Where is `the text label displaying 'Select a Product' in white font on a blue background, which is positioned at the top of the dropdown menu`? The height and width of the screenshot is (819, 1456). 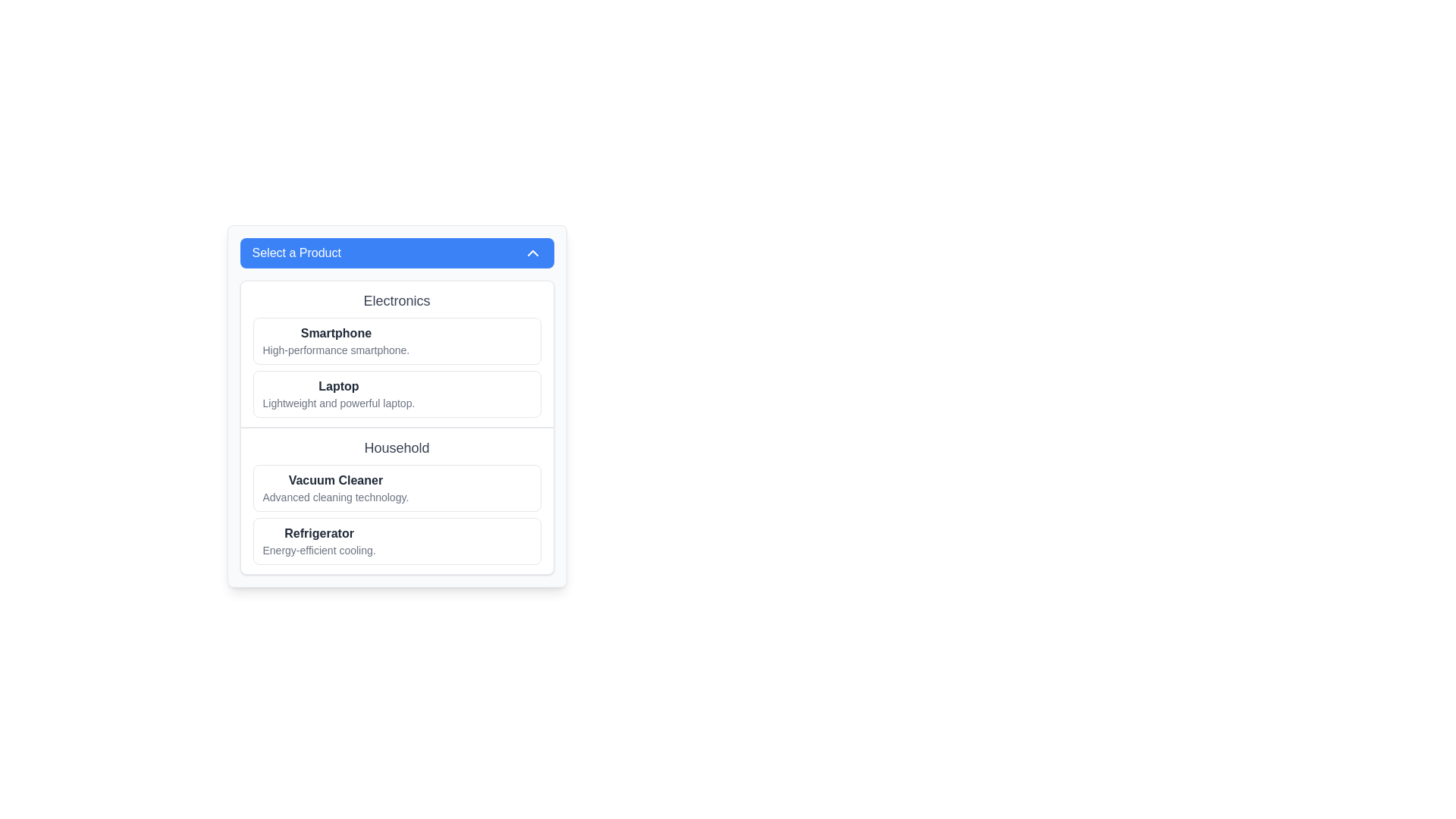
the text label displaying 'Select a Product' in white font on a blue background, which is positioned at the top of the dropdown menu is located at coordinates (297, 253).